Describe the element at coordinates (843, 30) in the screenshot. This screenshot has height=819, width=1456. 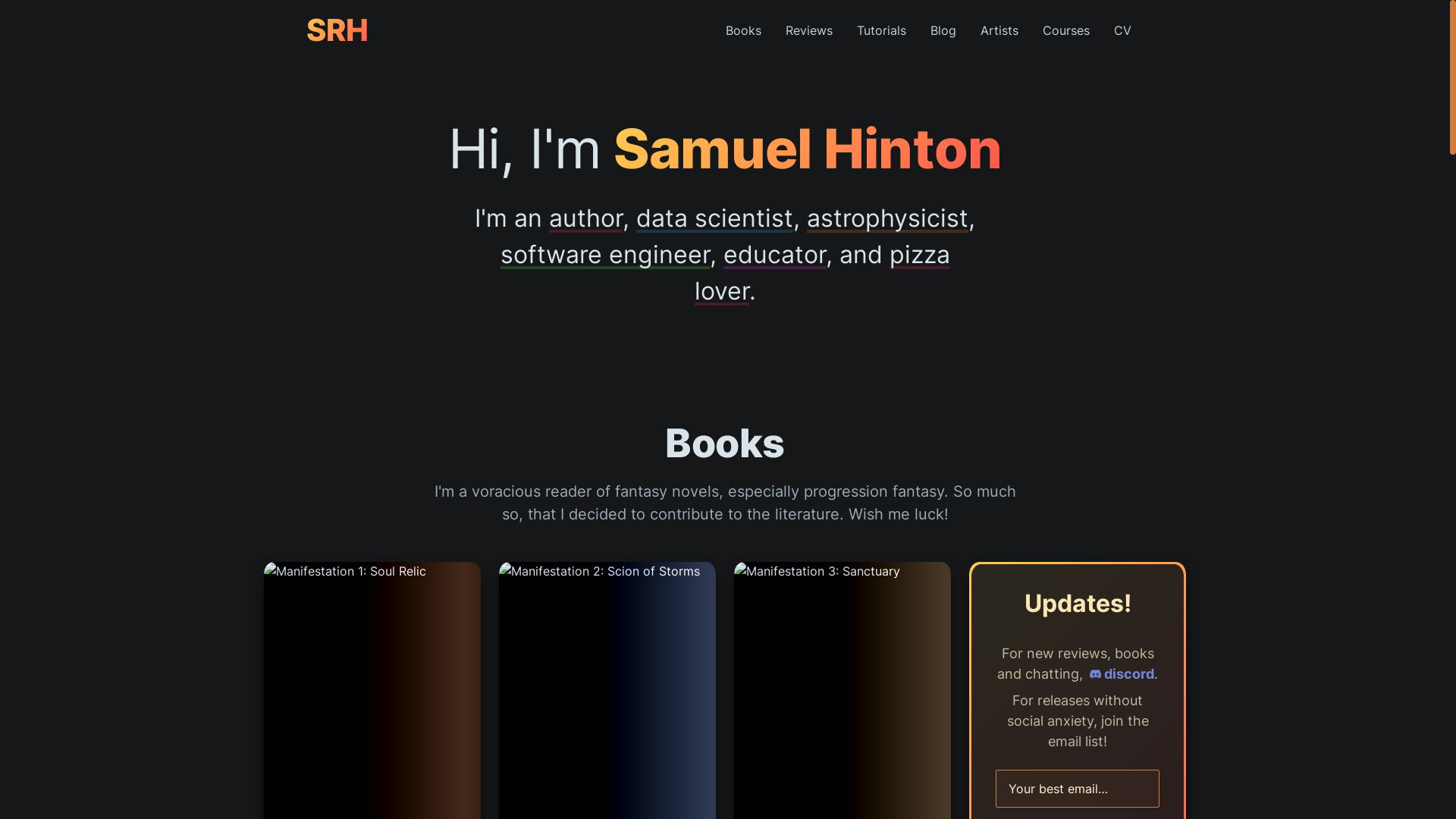
I see `'Tutorials'` at that location.